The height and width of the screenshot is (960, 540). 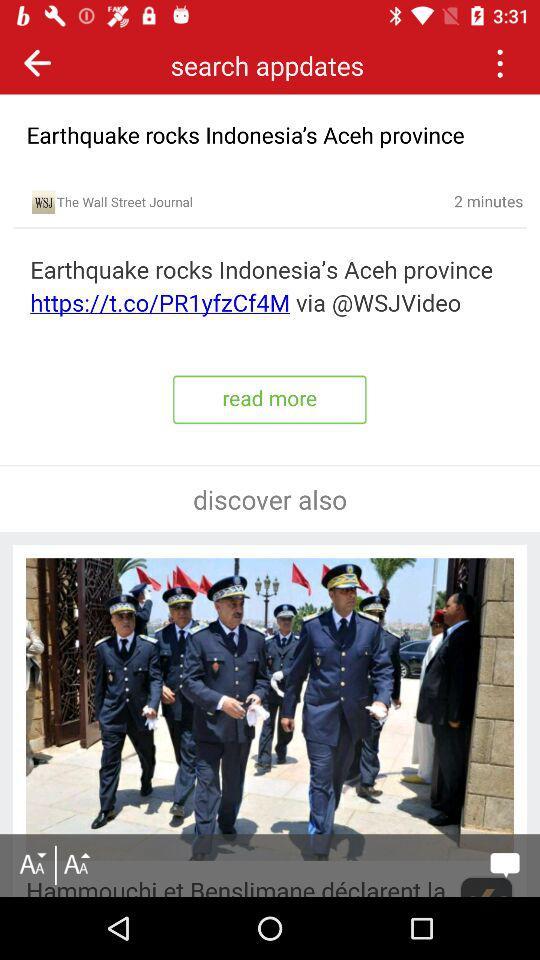 I want to click on option, so click(x=498, y=62).